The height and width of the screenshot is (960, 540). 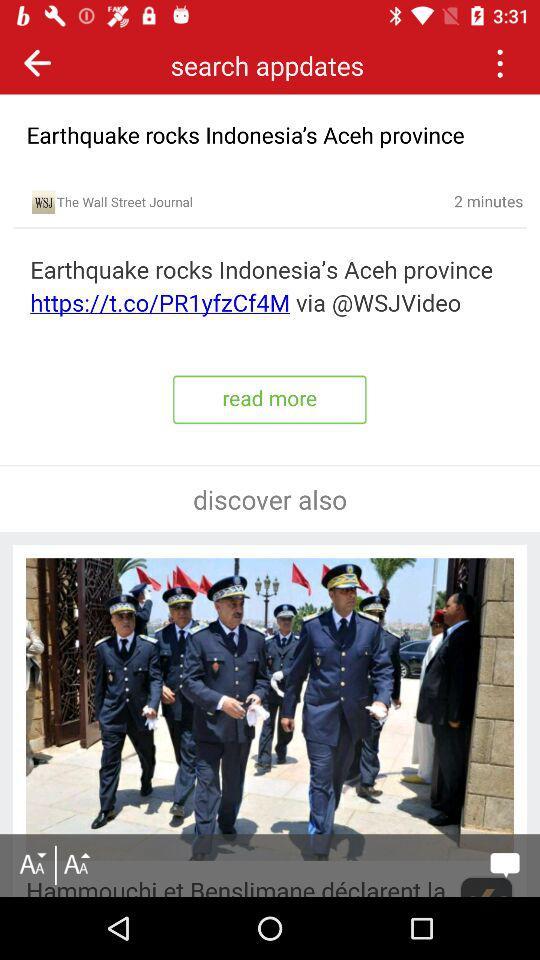 I want to click on option, so click(x=498, y=62).